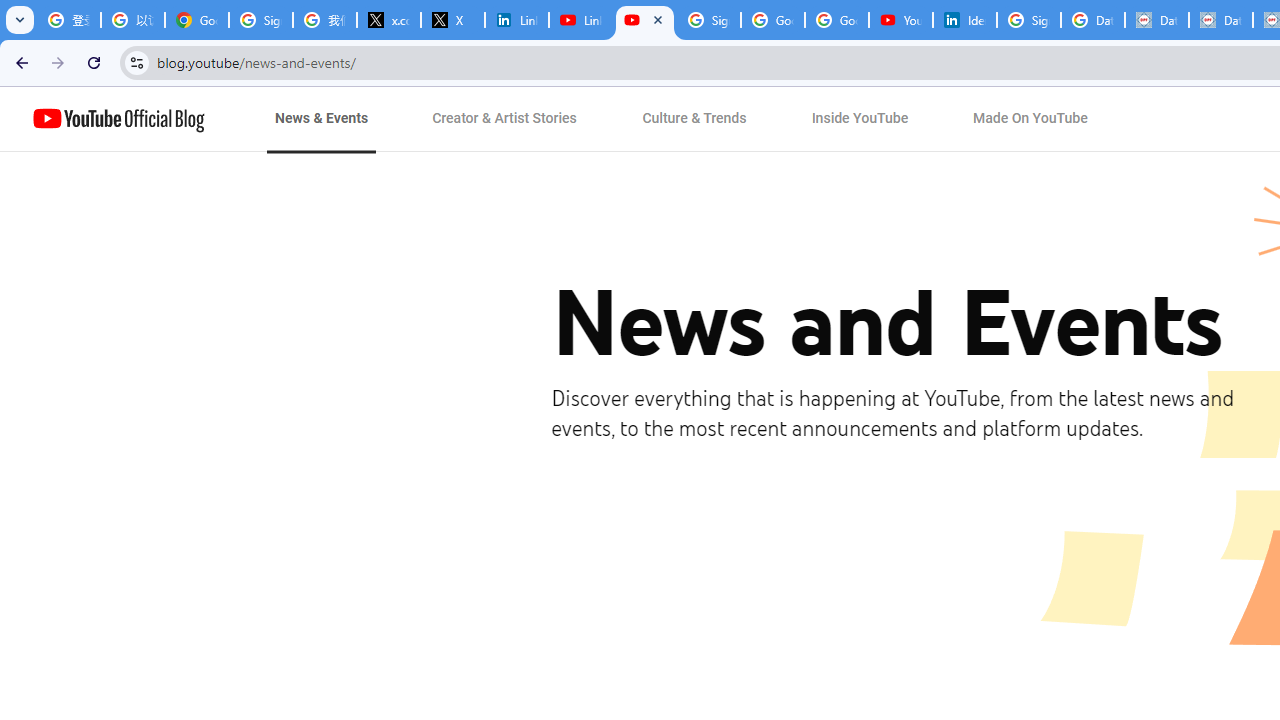 The image size is (1280, 720). Describe the element at coordinates (517, 20) in the screenshot. I see `'LinkedIn Privacy Policy'` at that location.